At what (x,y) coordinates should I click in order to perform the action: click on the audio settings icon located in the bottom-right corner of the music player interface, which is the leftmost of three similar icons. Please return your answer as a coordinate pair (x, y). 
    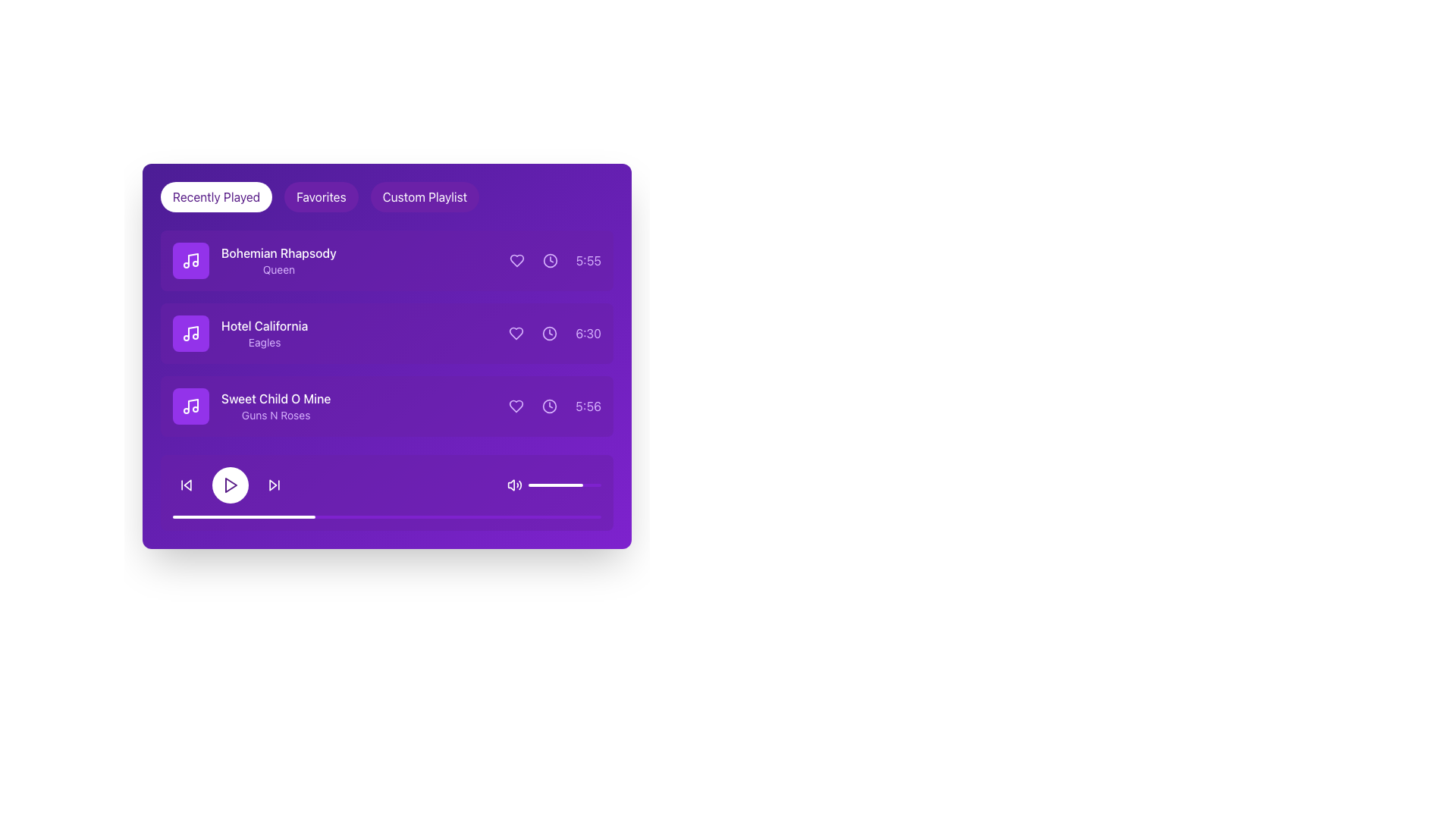
    Looking at the image, I should click on (511, 485).